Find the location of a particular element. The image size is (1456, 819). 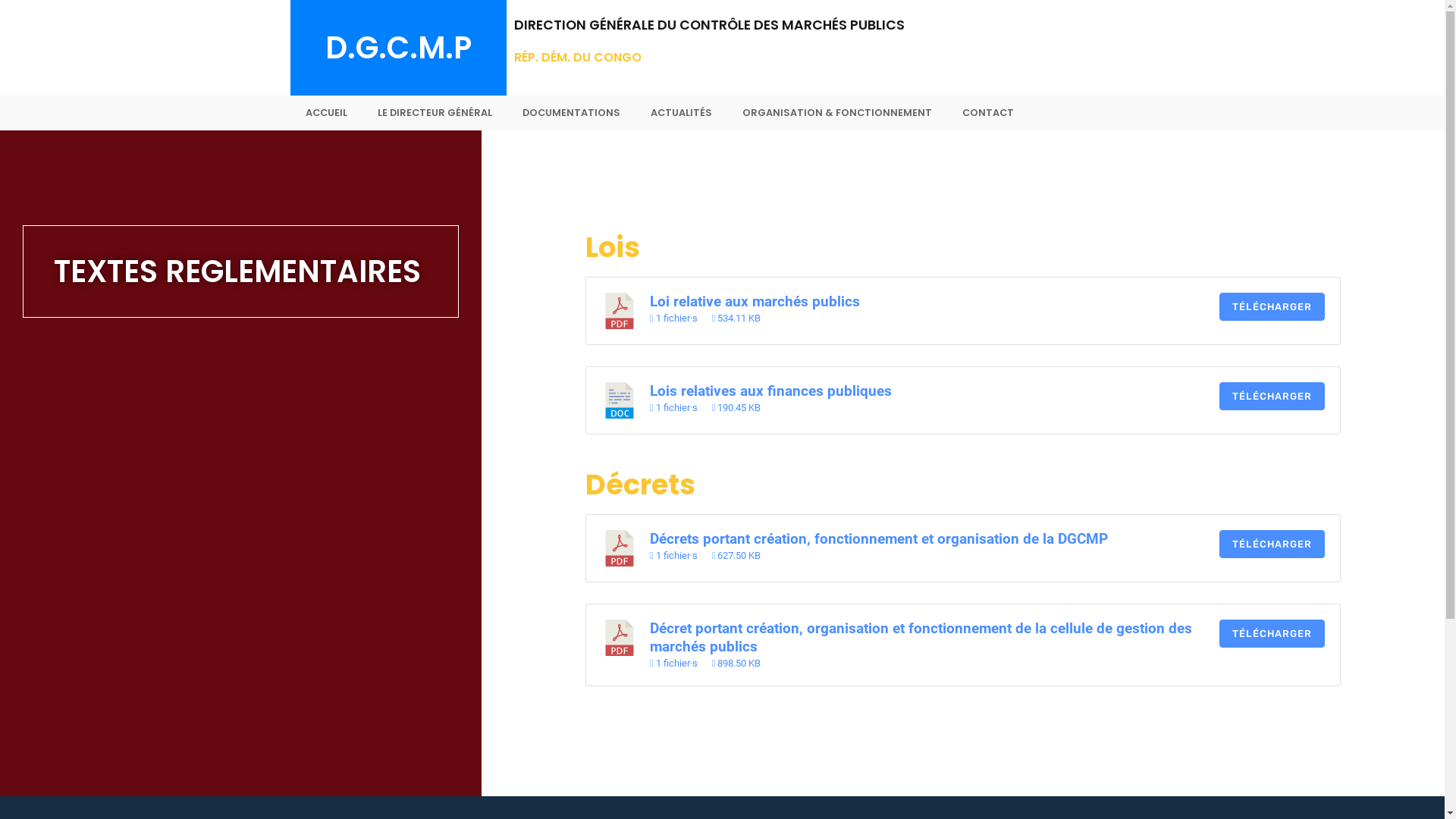

'D.G.C.M.P' is located at coordinates (323, 46).